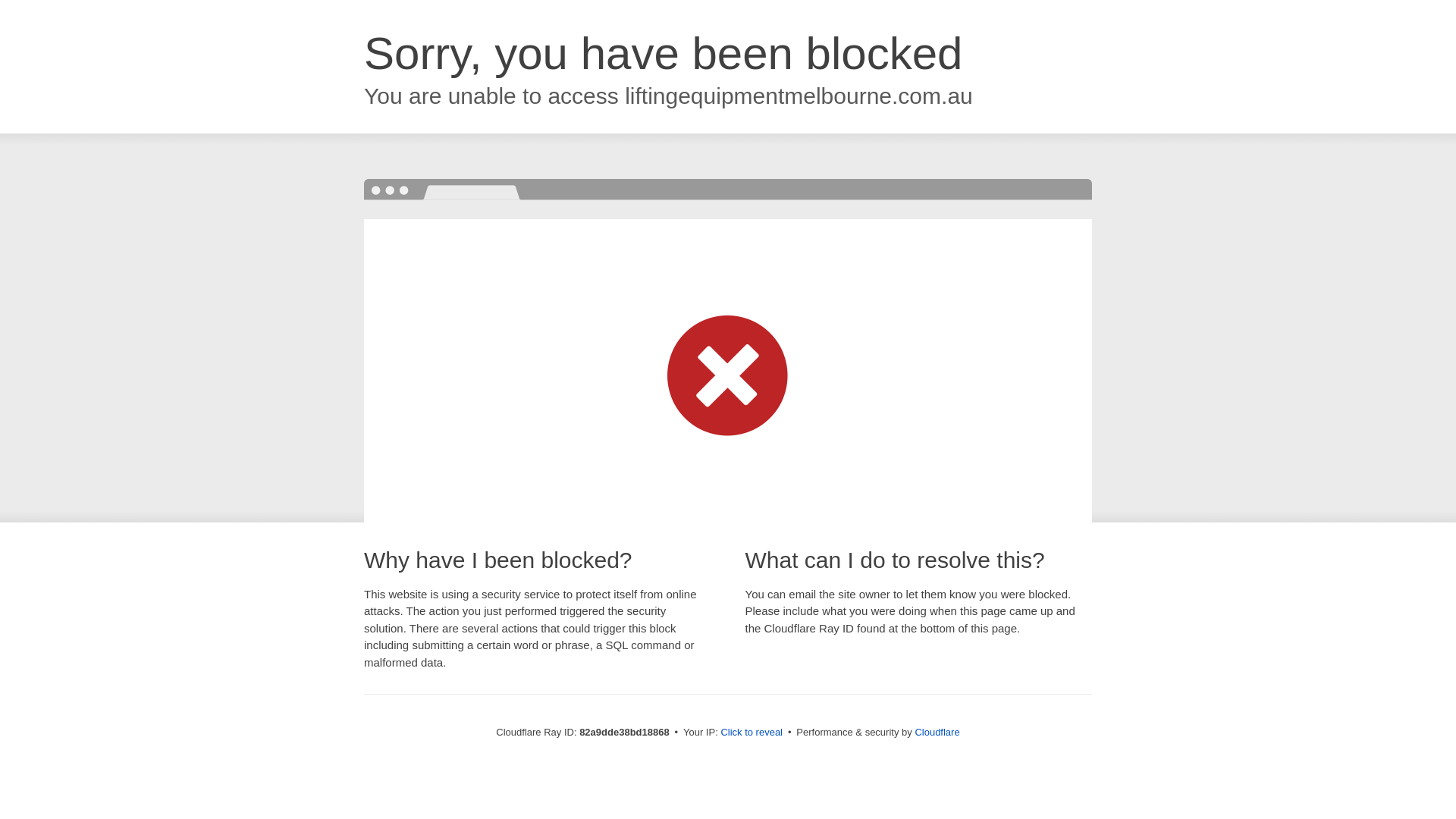 The image size is (1456, 819). Describe the element at coordinates (751, 731) in the screenshot. I see `'Click to reveal'` at that location.